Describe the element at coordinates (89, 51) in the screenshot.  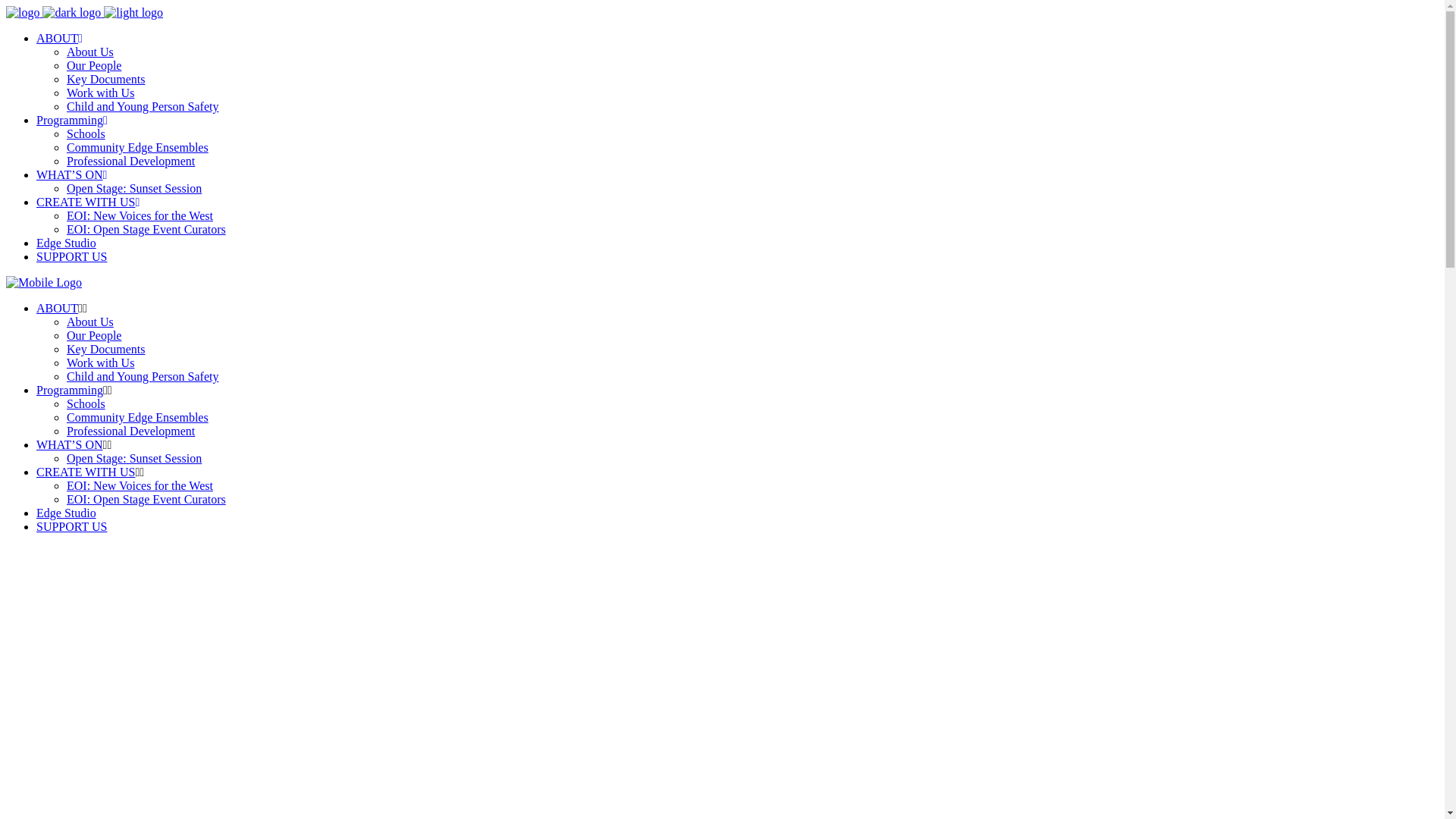
I see `'About Us'` at that location.